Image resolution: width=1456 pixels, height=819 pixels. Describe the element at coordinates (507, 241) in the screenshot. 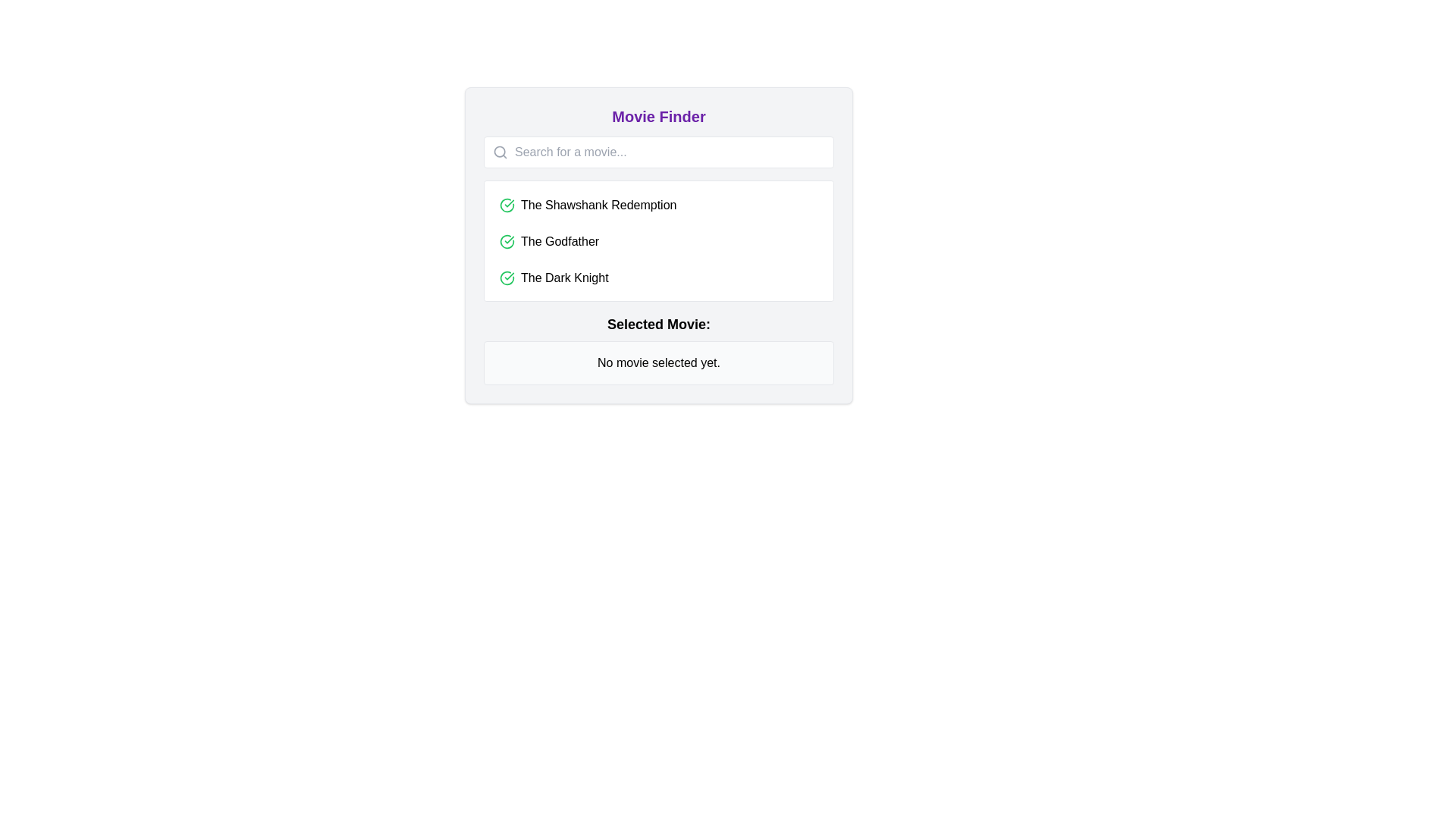

I see `the status of the green circular icon with a checkmark, indicating a selected or confirmed state, located to the left of 'The Godfather' in the 'Movie Finder' interface` at that location.